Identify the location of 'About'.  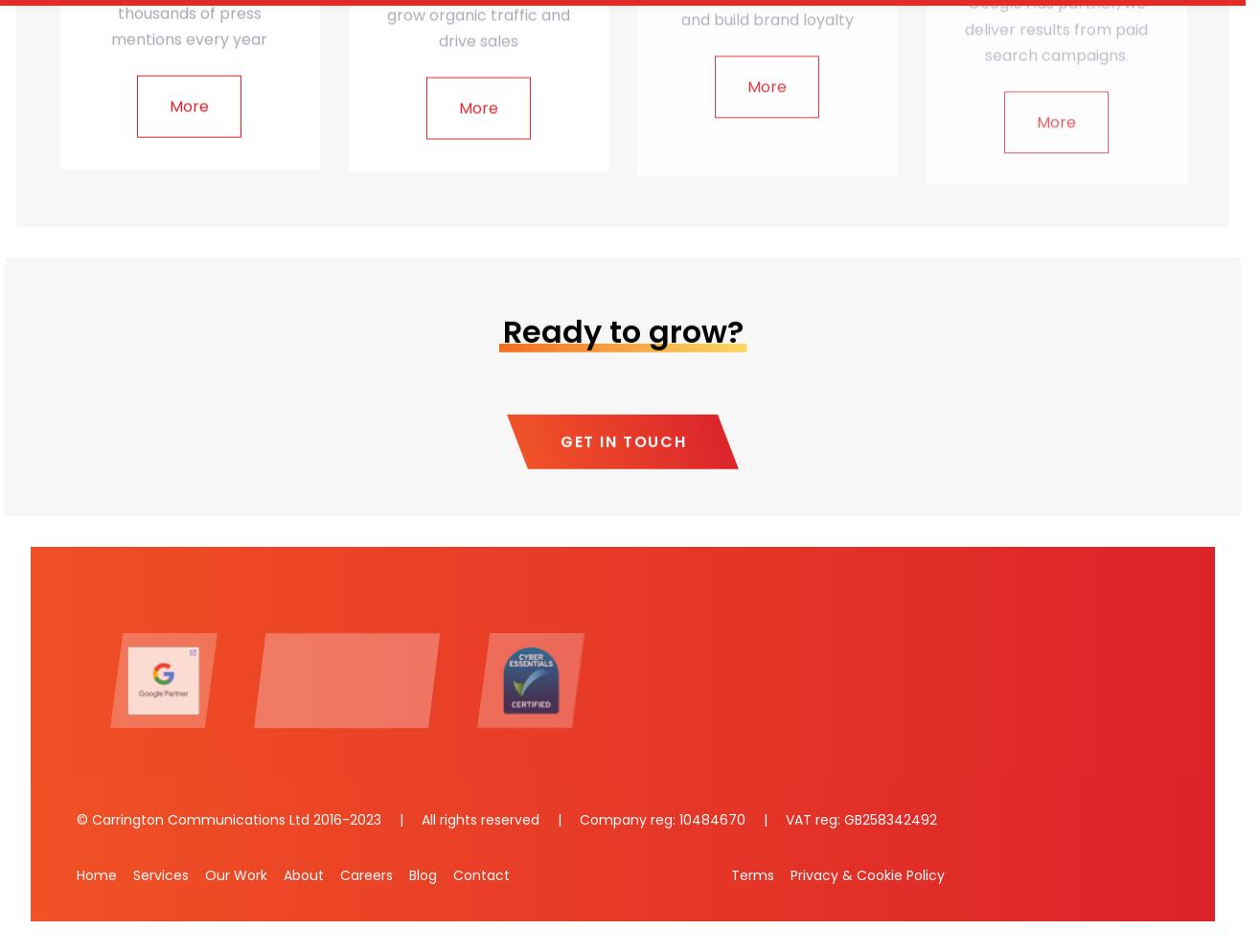
(304, 873).